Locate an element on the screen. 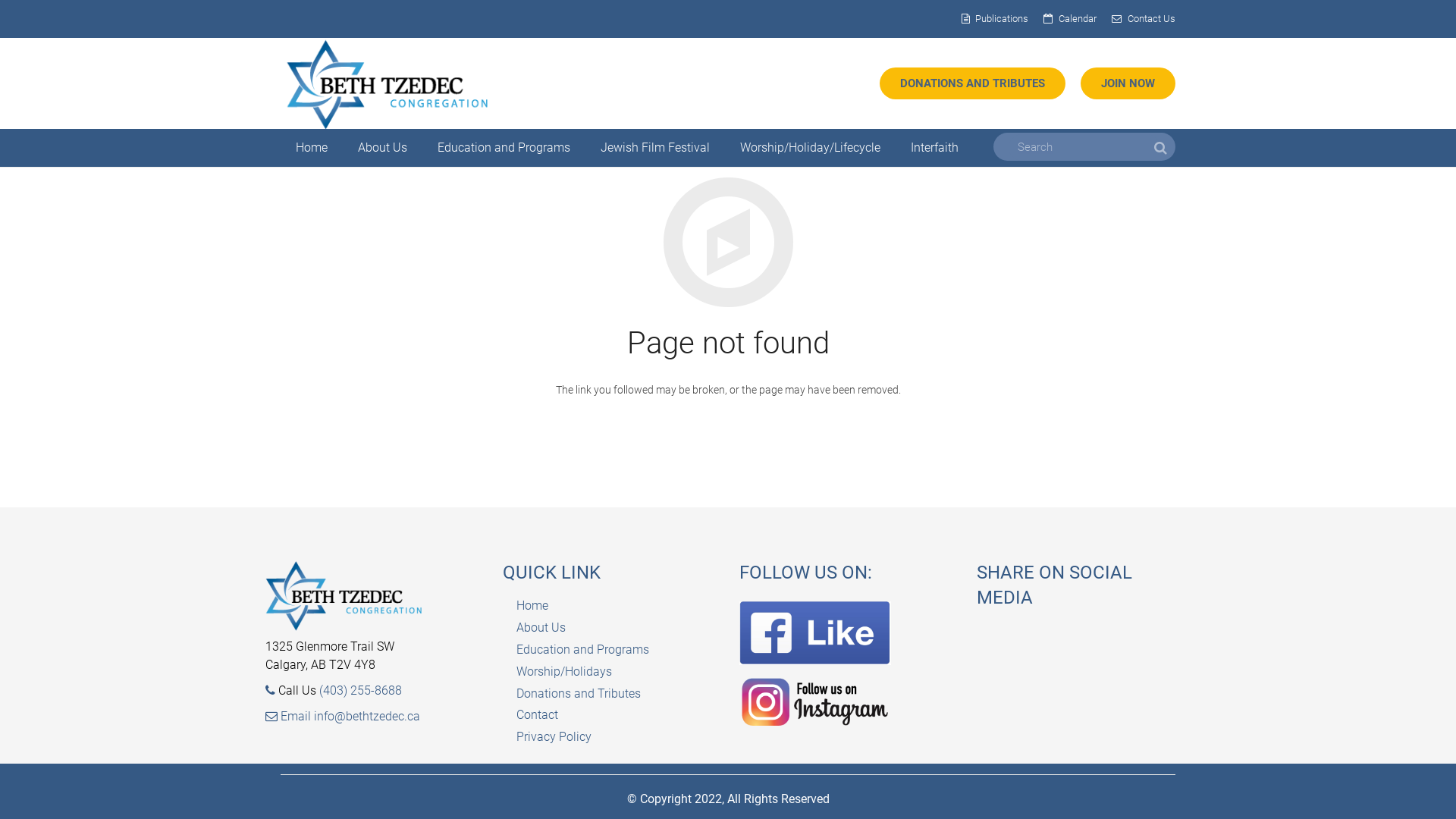 This screenshot has width=1456, height=819. 'Home' is located at coordinates (311, 148).